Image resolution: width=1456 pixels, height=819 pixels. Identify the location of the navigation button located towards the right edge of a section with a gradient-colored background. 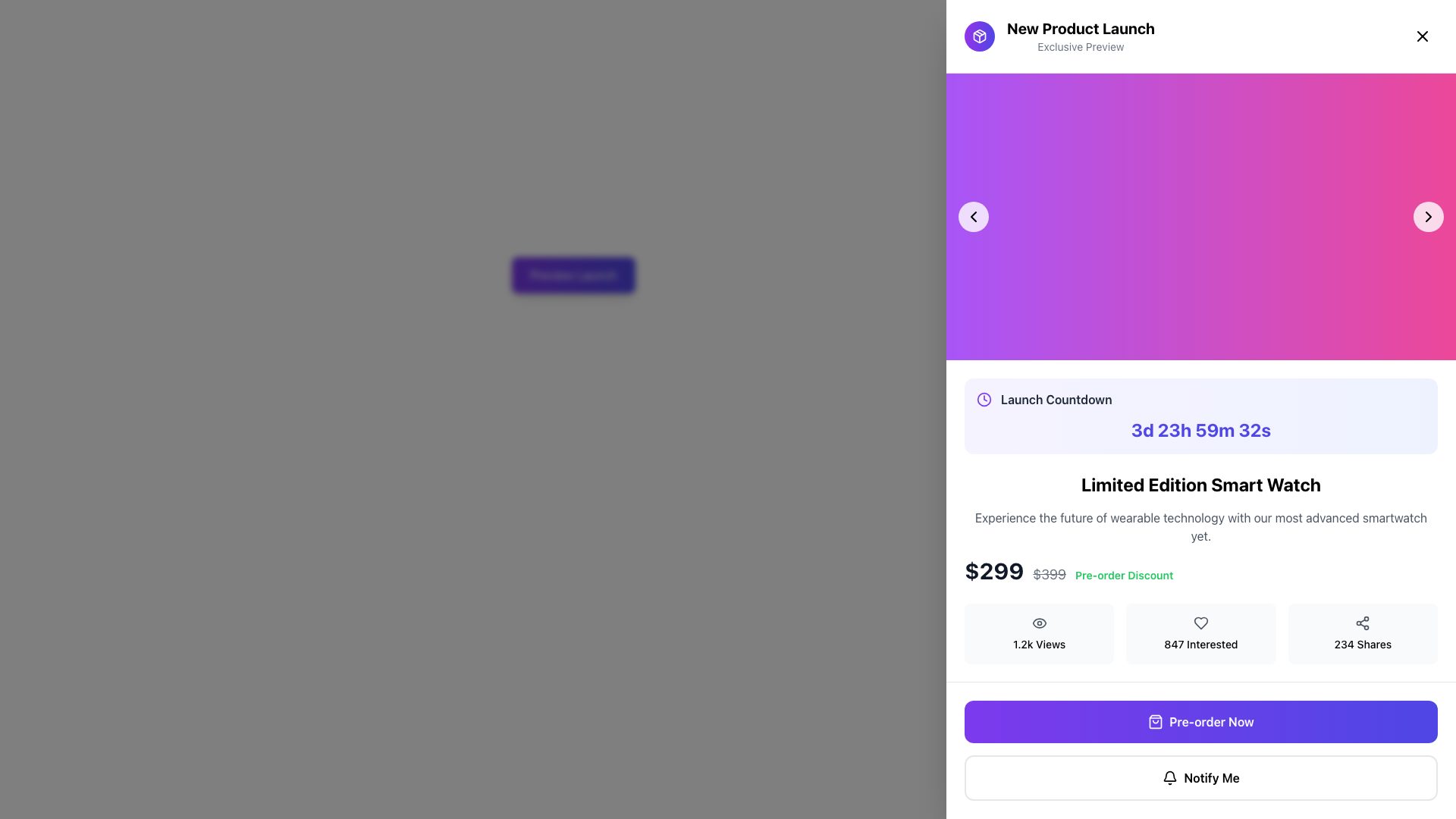
(1427, 216).